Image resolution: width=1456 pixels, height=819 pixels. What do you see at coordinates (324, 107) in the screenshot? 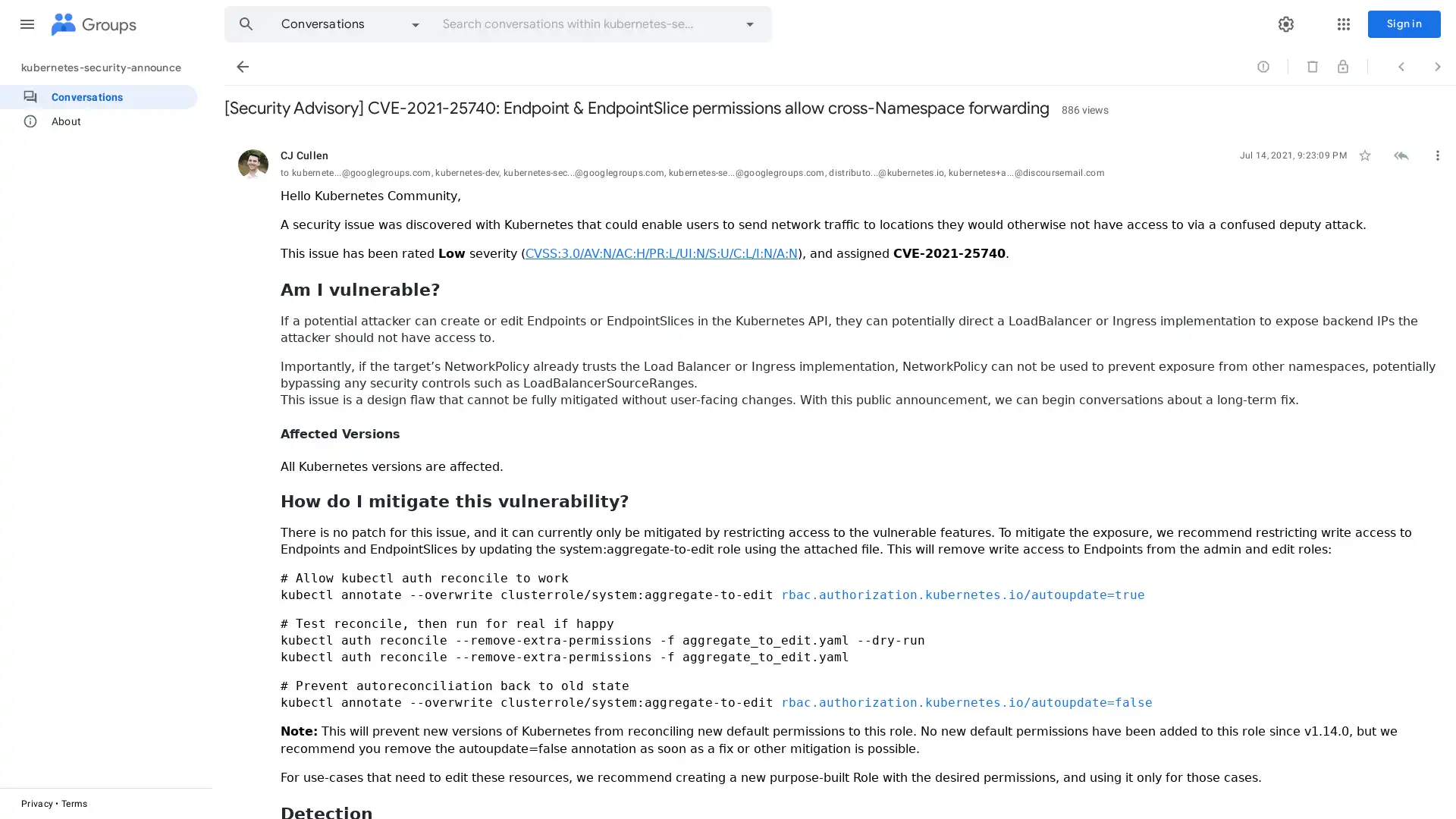
I see `Skip to first unread message` at bounding box center [324, 107].